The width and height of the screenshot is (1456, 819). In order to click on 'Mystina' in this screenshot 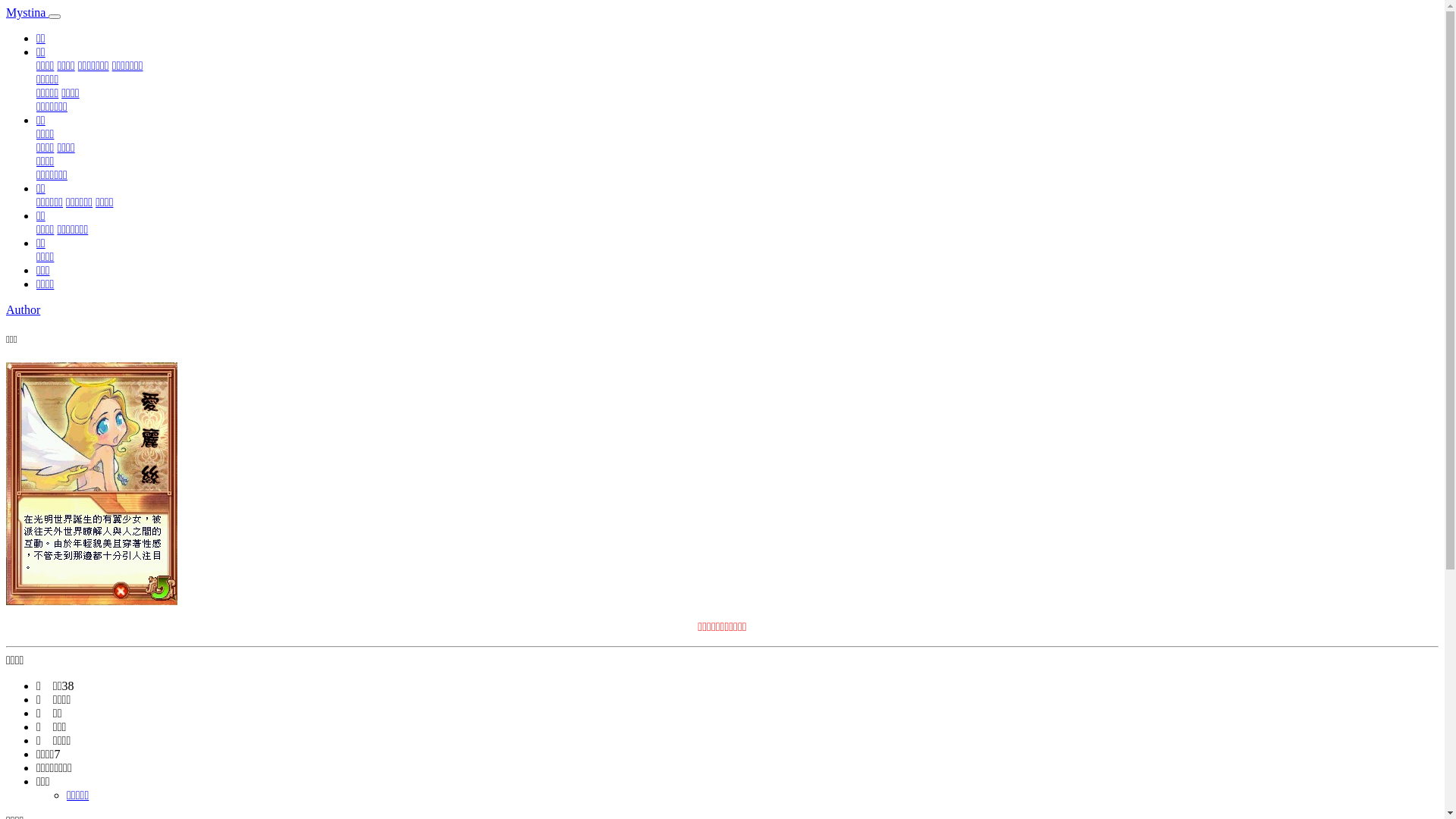, I will do `click(27, 12)`.